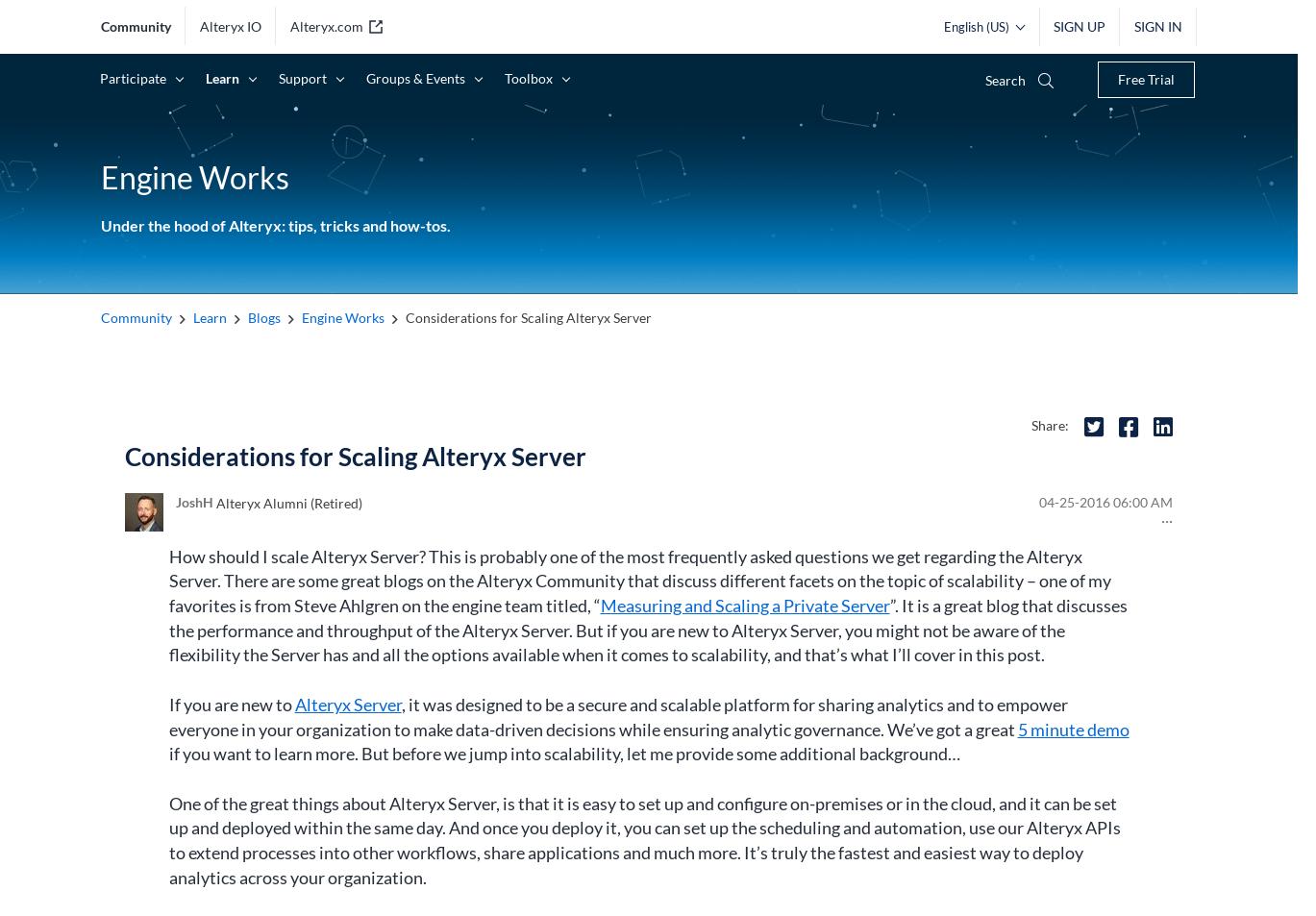 The width and height of the screenshot is (1316, 916). I want to click on 'Groups & Events', so click(415, 77).